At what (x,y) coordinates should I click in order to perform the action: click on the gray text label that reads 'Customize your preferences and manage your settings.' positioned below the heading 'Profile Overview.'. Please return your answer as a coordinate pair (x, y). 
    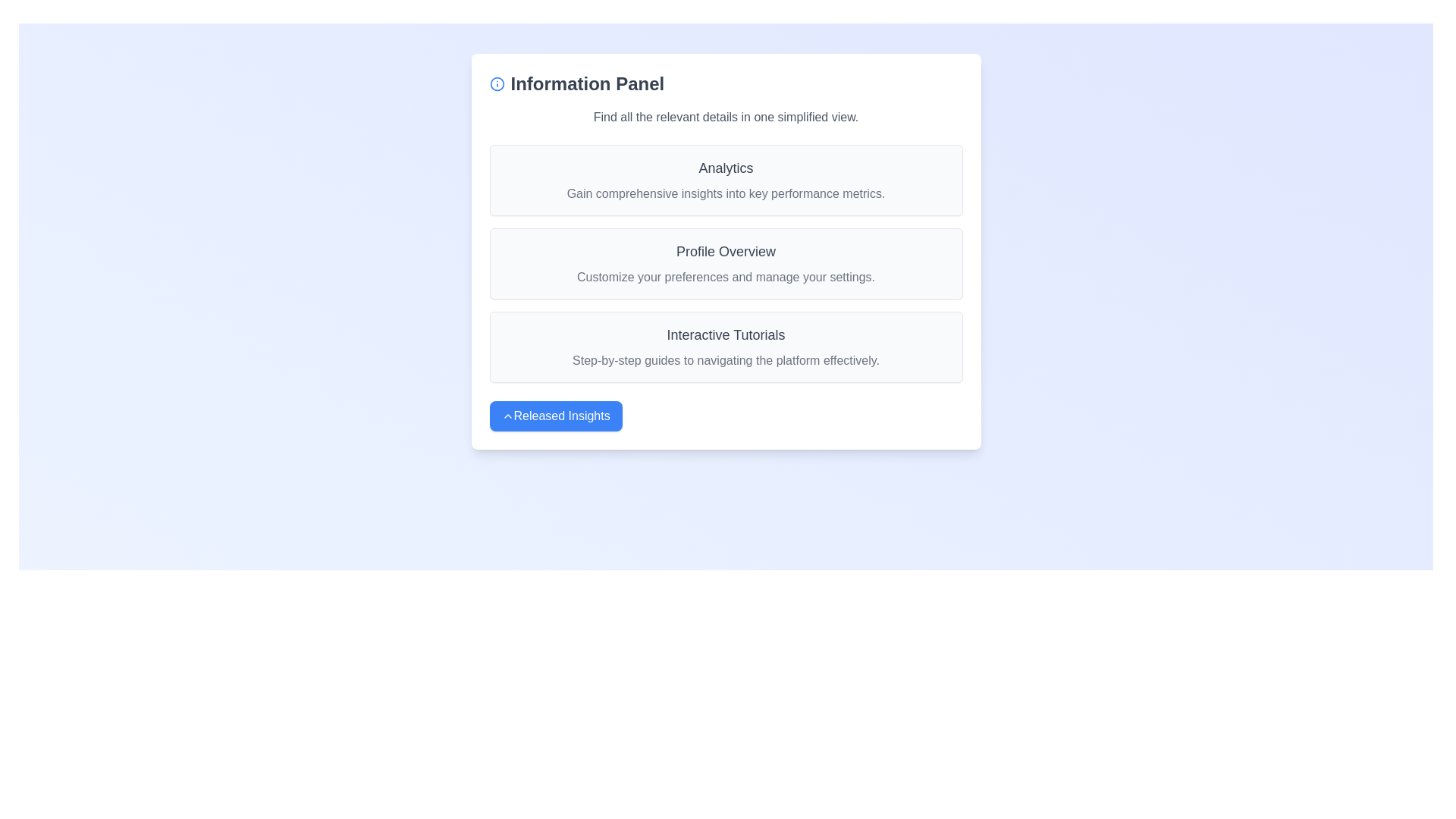
    Looking at the image, I should click on (725, 278).